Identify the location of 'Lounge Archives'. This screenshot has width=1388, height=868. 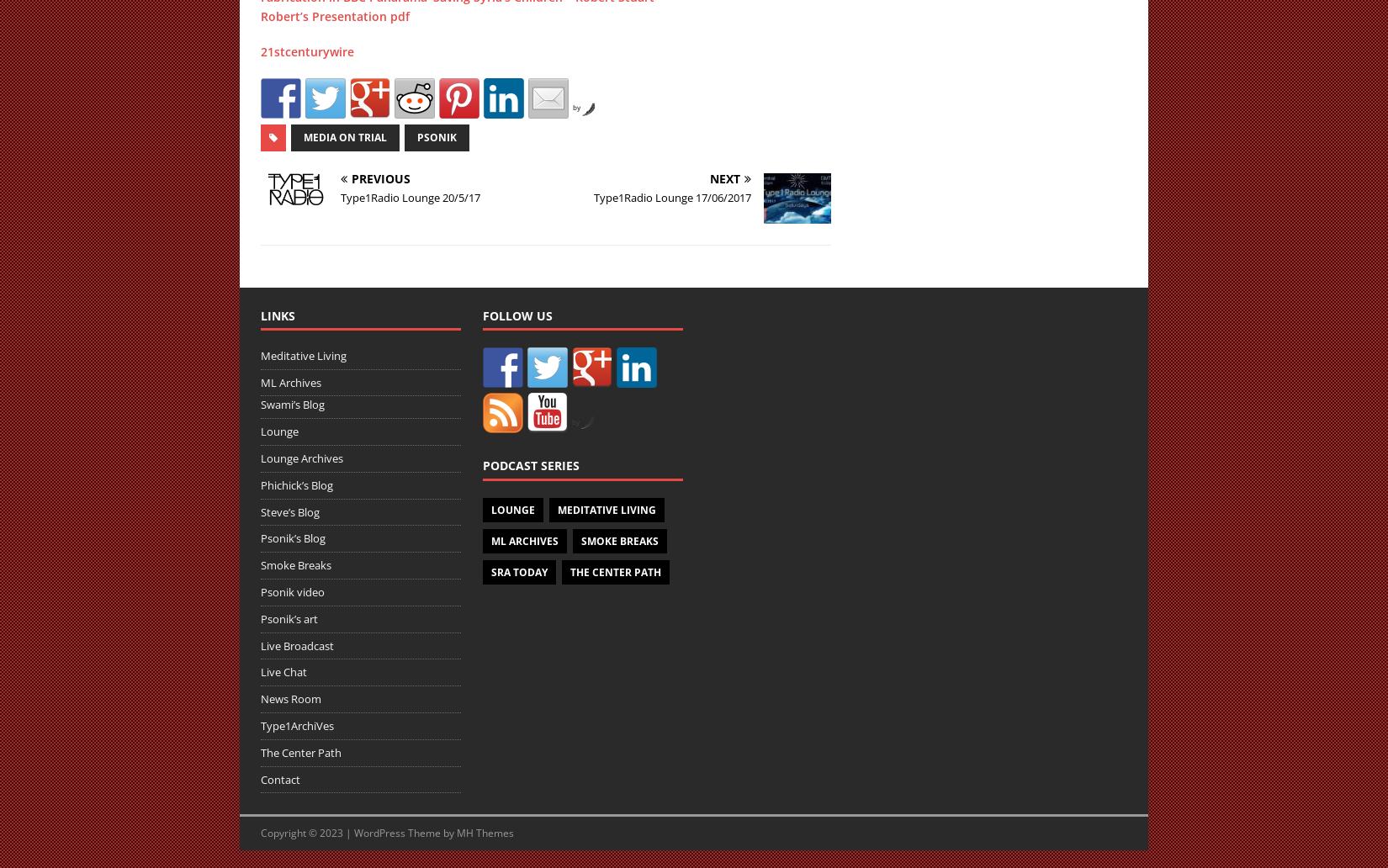
(302, 458).